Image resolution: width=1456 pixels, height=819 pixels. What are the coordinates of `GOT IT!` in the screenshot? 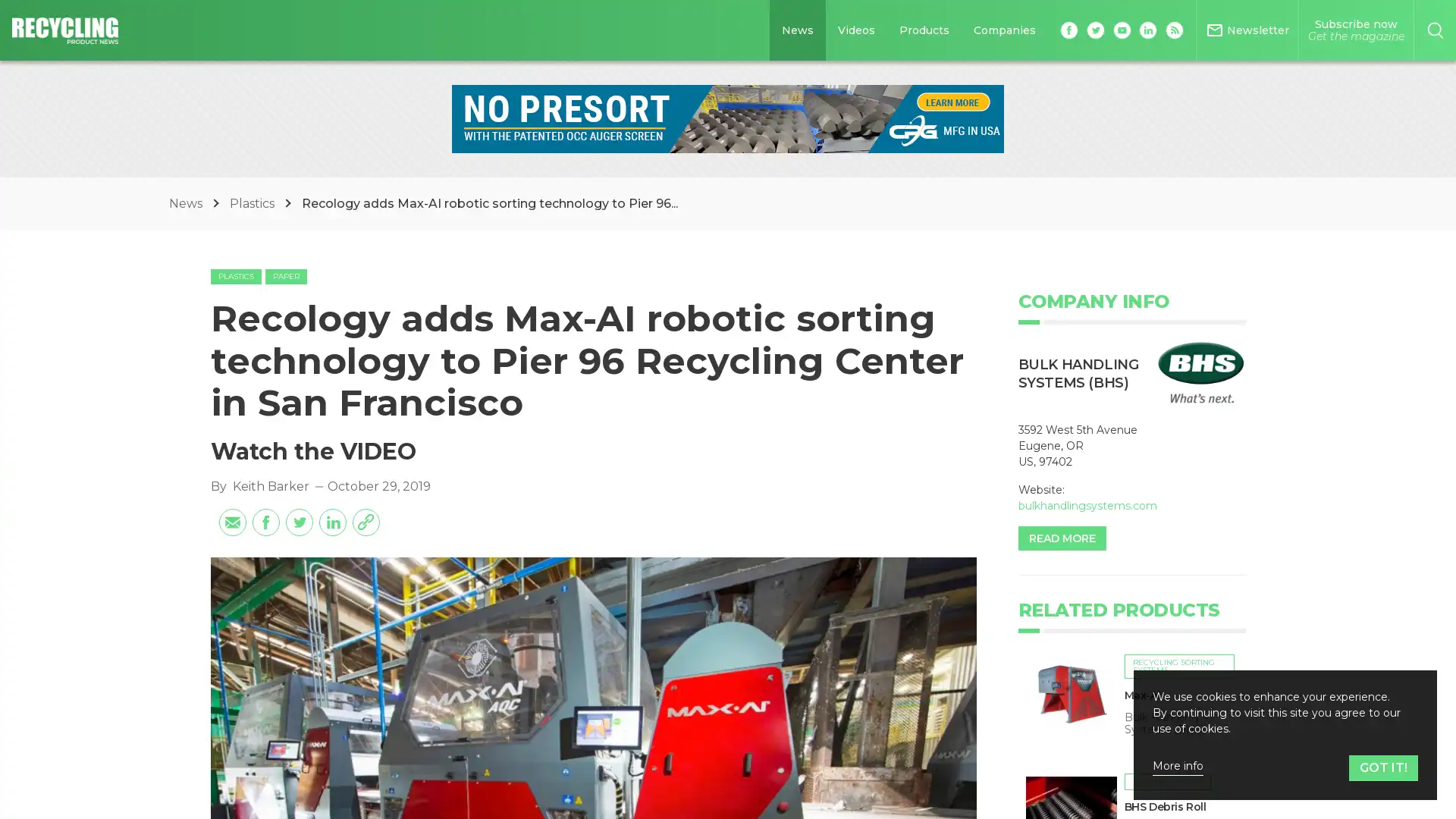 It's located at (1383, 767).